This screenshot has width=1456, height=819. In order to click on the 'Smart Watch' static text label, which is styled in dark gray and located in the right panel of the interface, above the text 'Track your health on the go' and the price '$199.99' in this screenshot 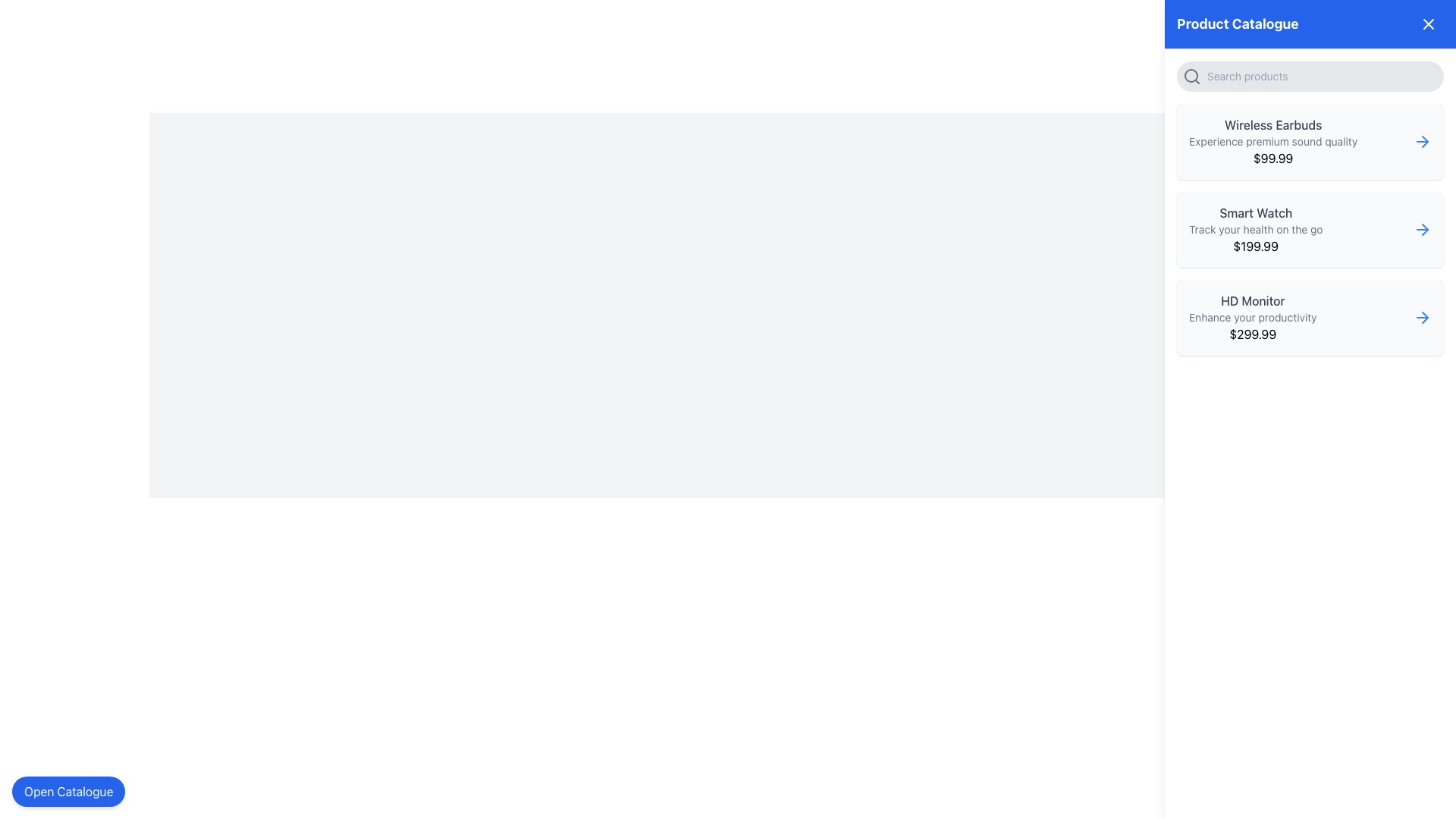, I will do `click(1256, 213)`.